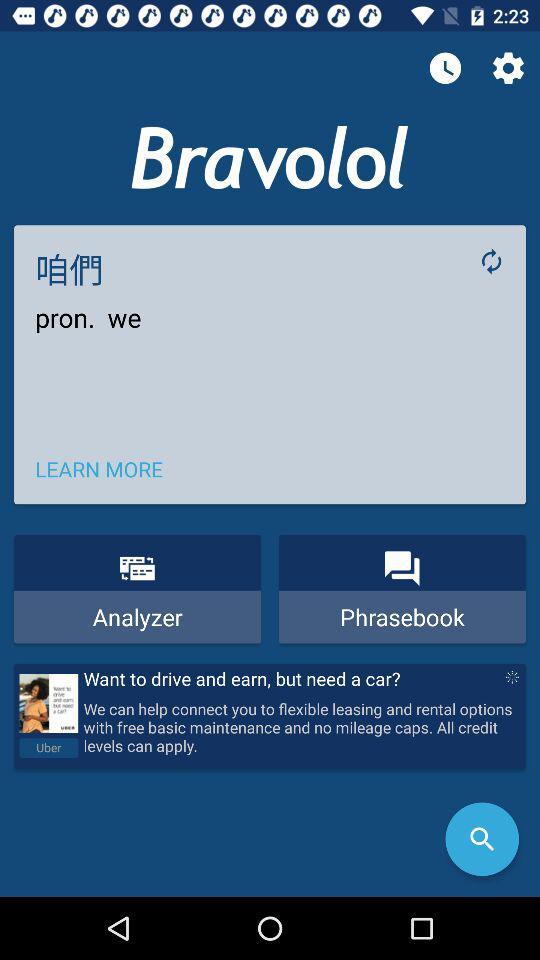 The image size is (540, 960). I want to click on the search icon, so click(481, 839).